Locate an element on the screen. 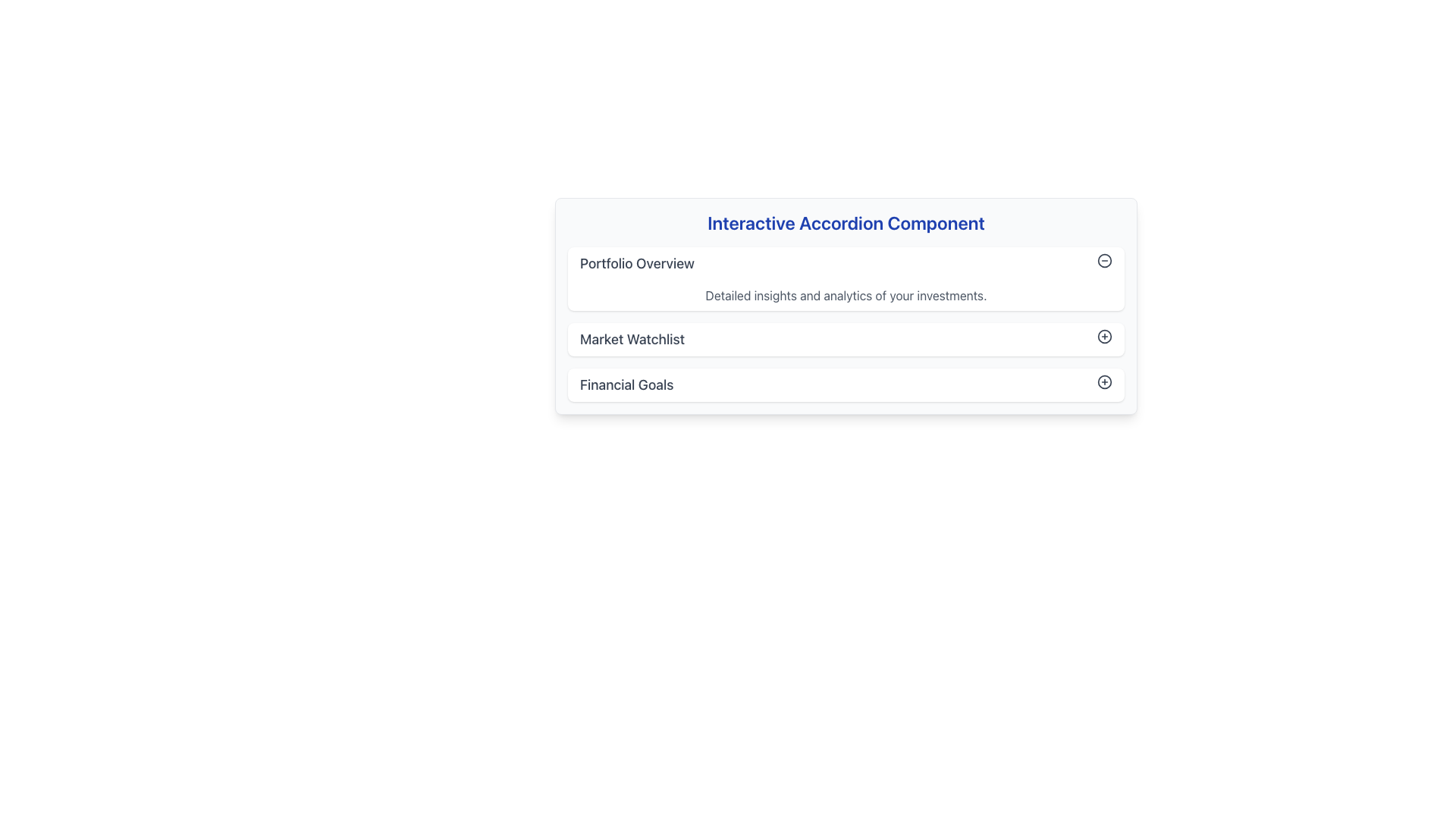  the text label in the second section of the accordion interface, located below 'Portfolio Overview' and above 'Financial Goals', to interact with the accordion component is located at coordinates (632, 338).